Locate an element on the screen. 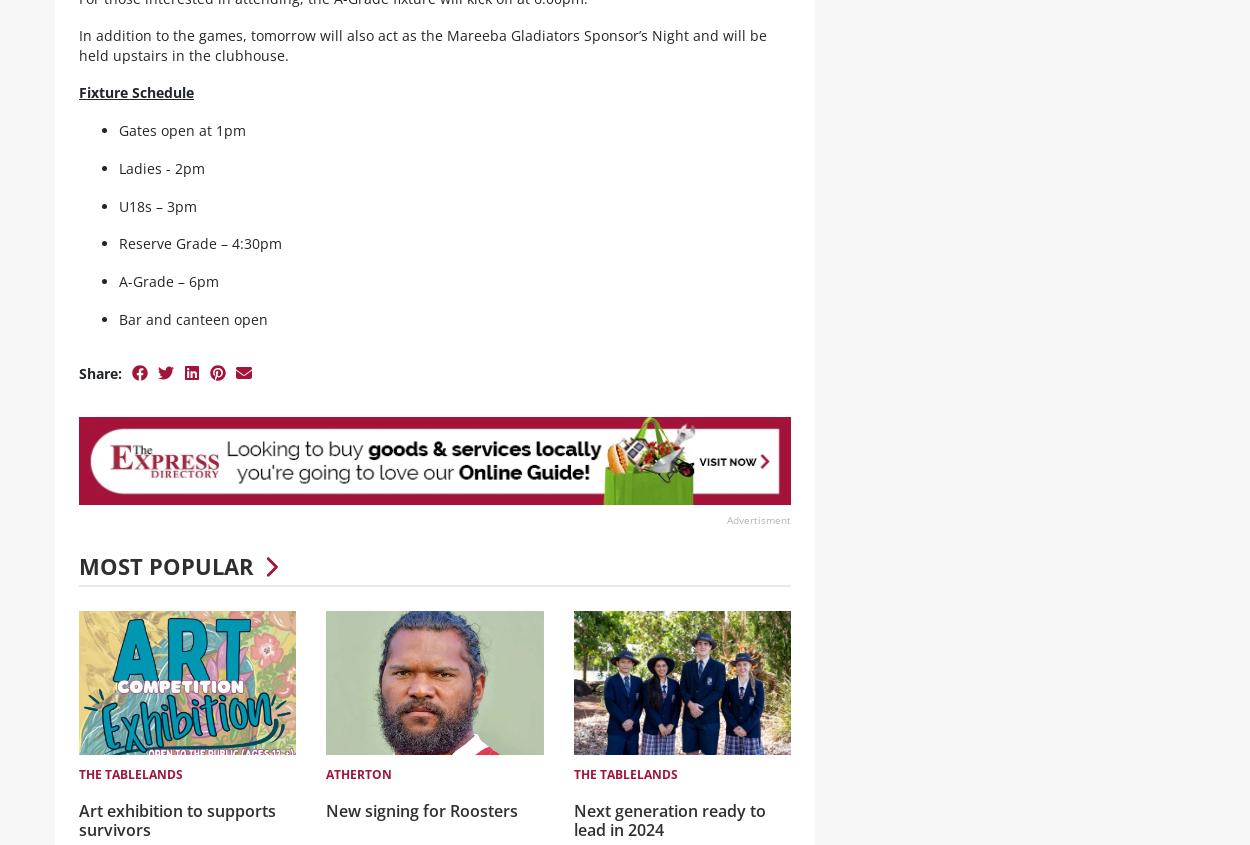 The image size is (1250, 845). 'New signing for Roosters' is located at coordinates (422, 825).